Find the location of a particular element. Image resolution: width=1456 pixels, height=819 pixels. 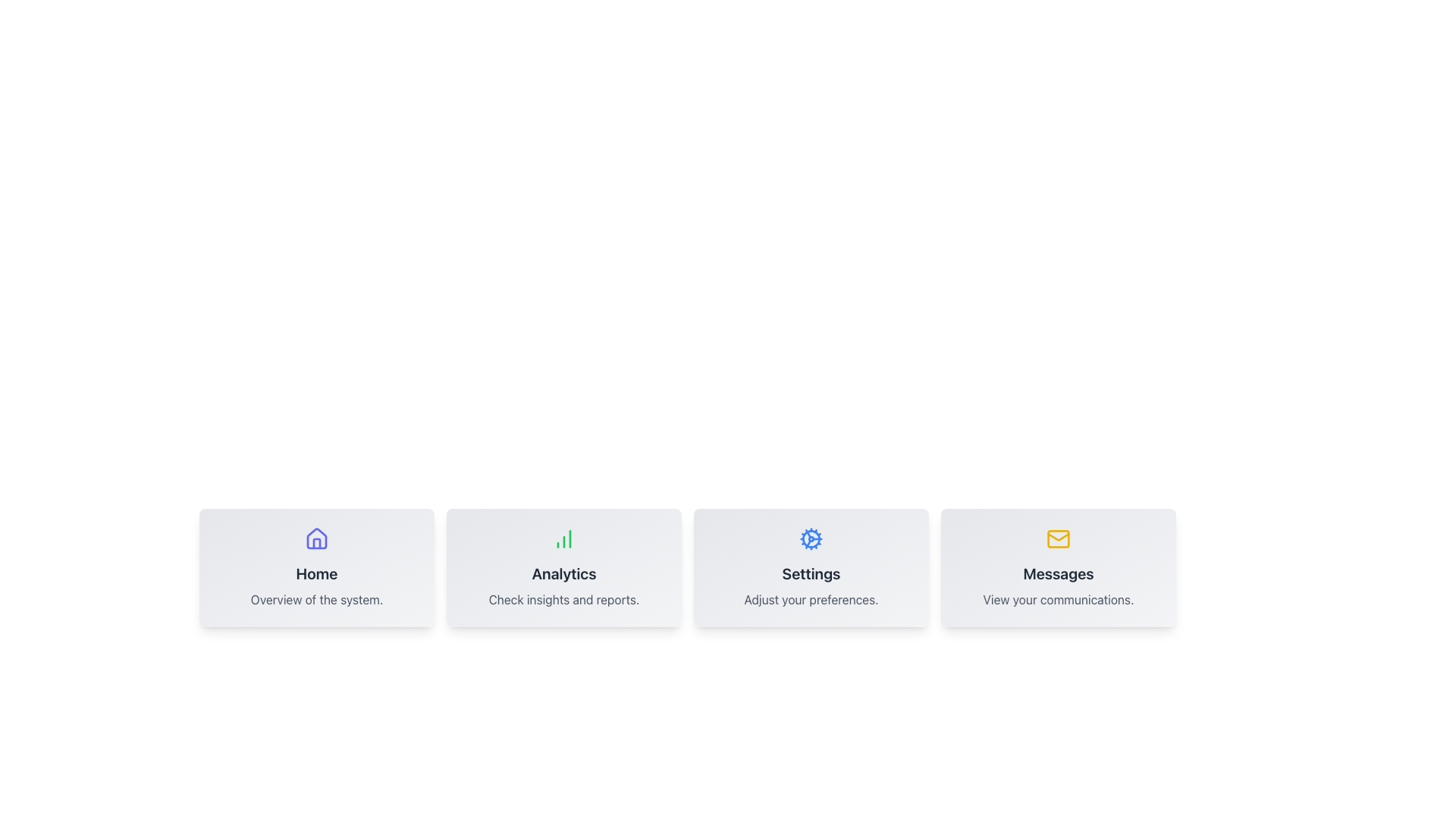

the circular graphical icon located in the 'Settings' section of the interface, which is the third panel in a horizontal layout is located at coordinates (811, 538).